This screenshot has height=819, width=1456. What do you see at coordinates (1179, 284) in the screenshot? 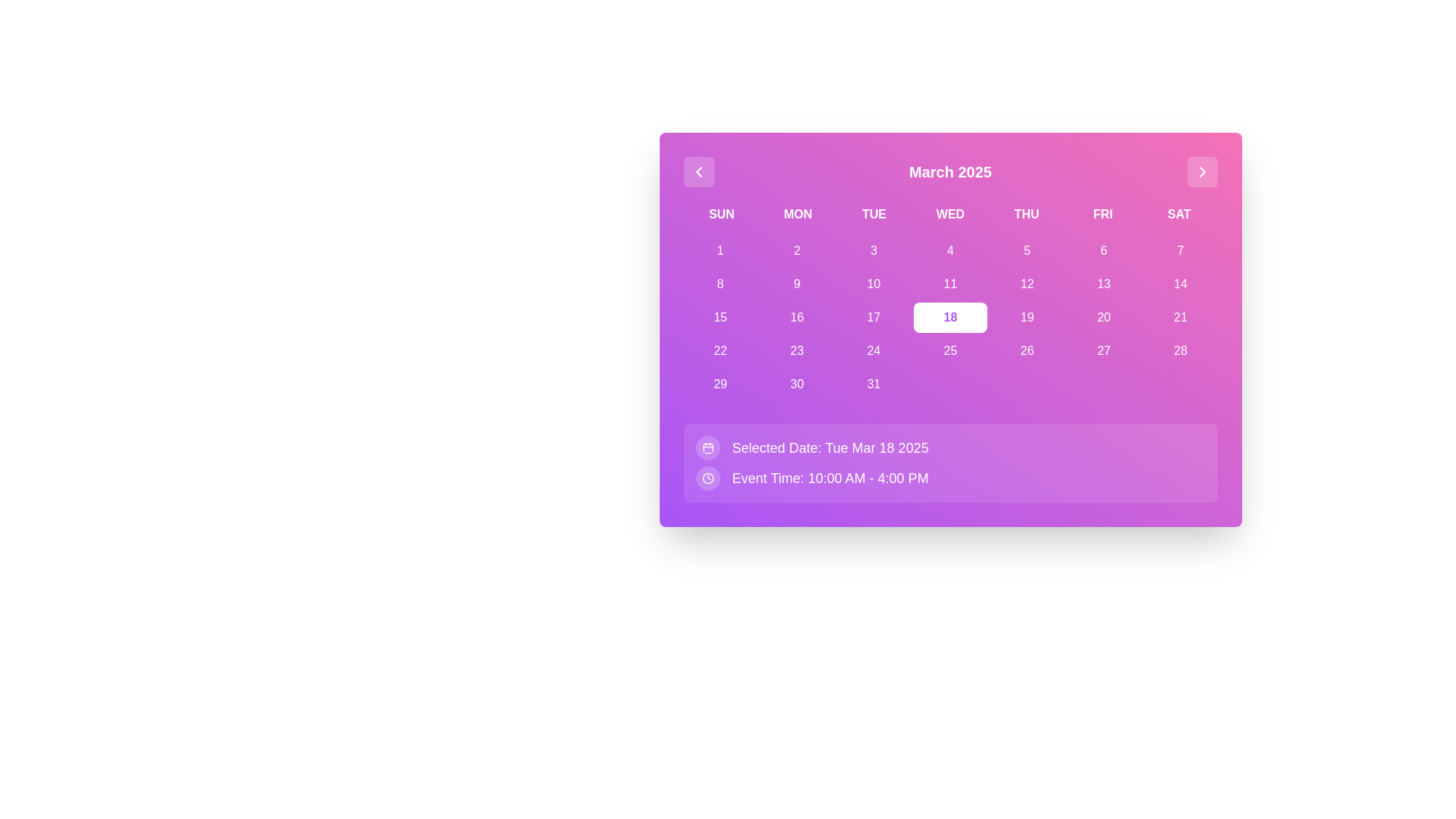
I see `the button representing the 14th day (Saturday) in the calendar view` at bounding box center [1179, 284].